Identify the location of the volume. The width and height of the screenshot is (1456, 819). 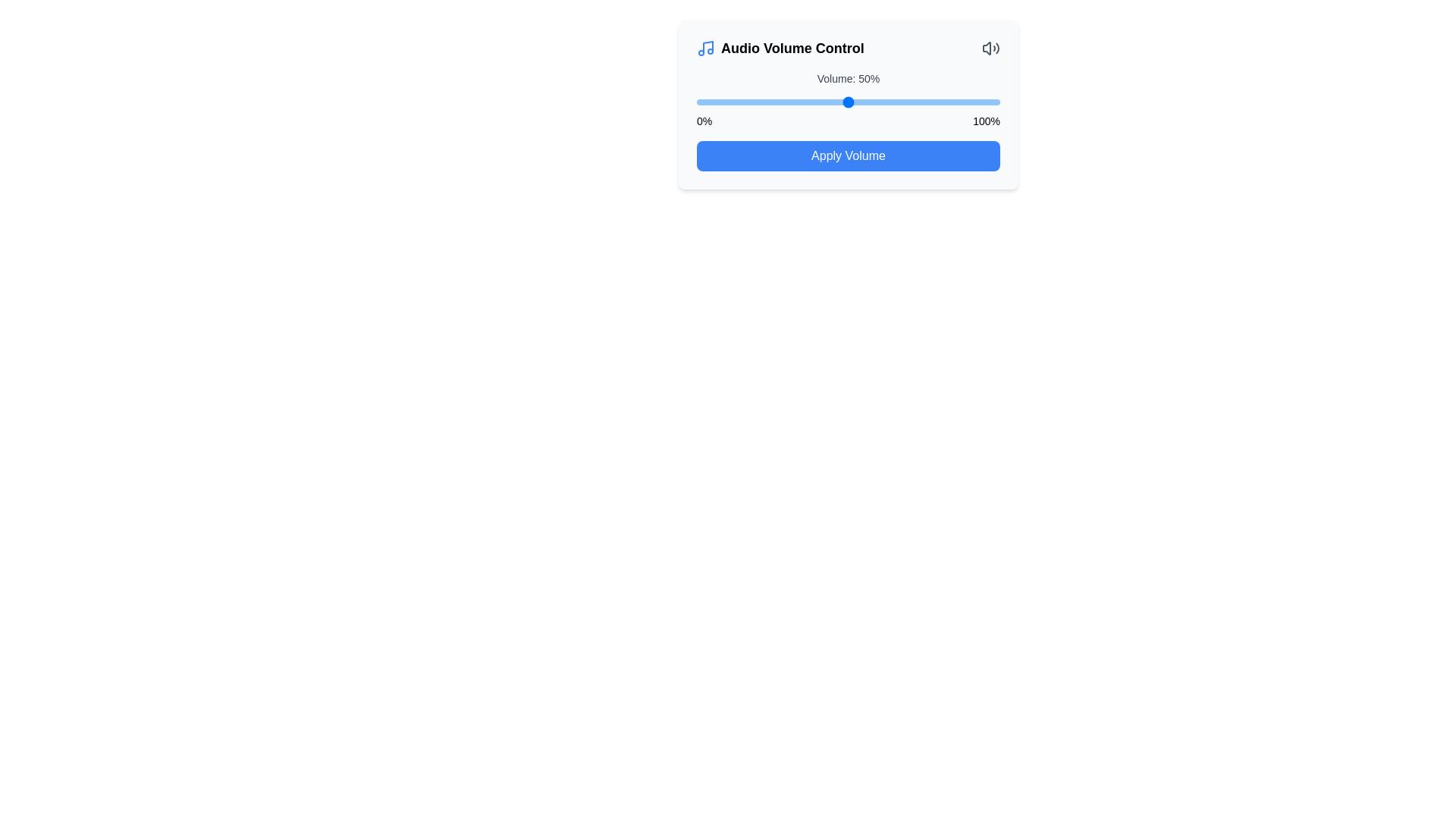
(742, 102).